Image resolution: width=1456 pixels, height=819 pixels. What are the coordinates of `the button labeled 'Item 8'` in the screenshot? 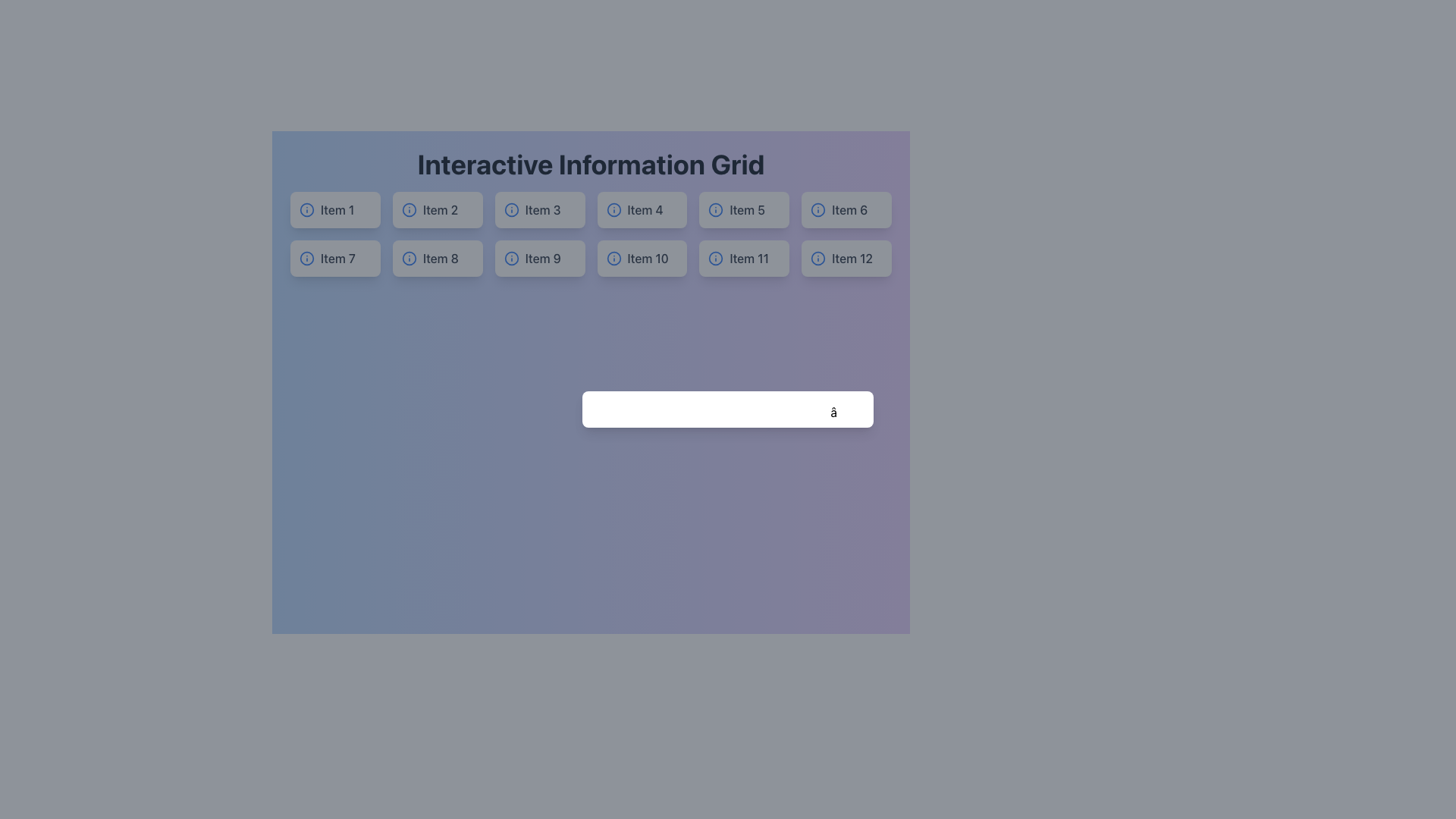 It's located at (437, 257).